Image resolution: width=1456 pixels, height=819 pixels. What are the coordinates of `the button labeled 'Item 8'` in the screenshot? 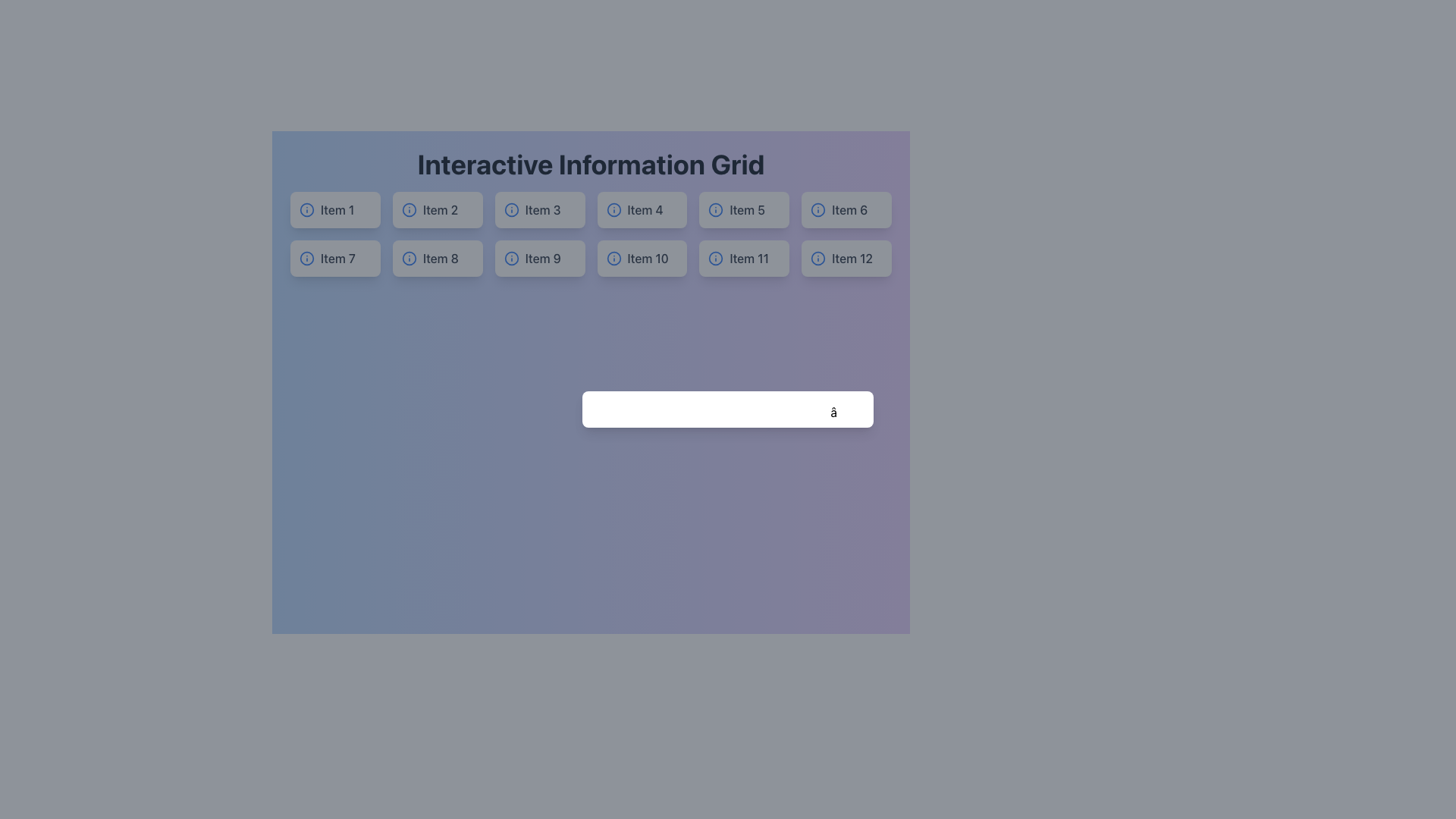 It's located at (437, 257).